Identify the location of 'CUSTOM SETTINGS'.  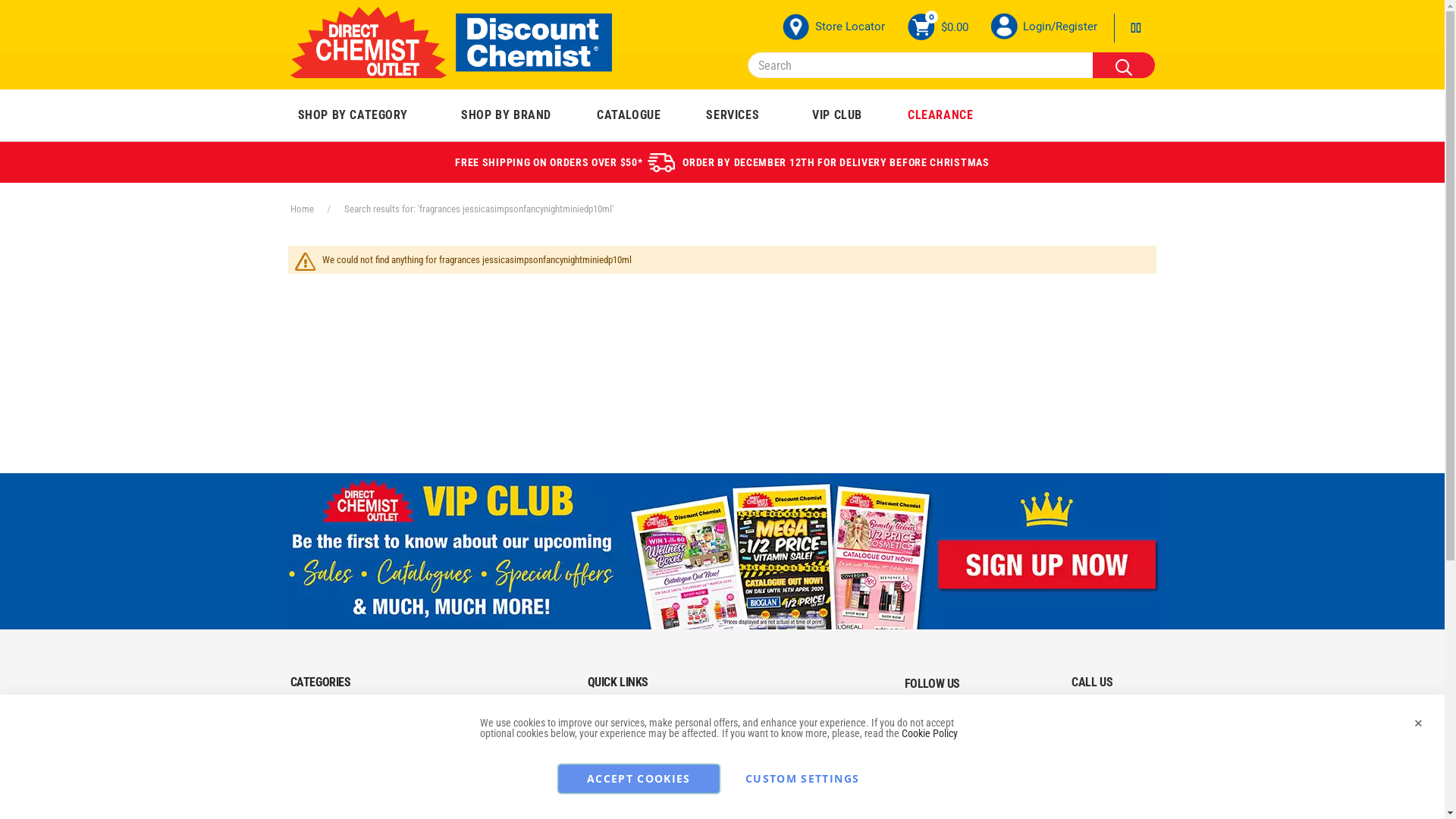
(801, 778).